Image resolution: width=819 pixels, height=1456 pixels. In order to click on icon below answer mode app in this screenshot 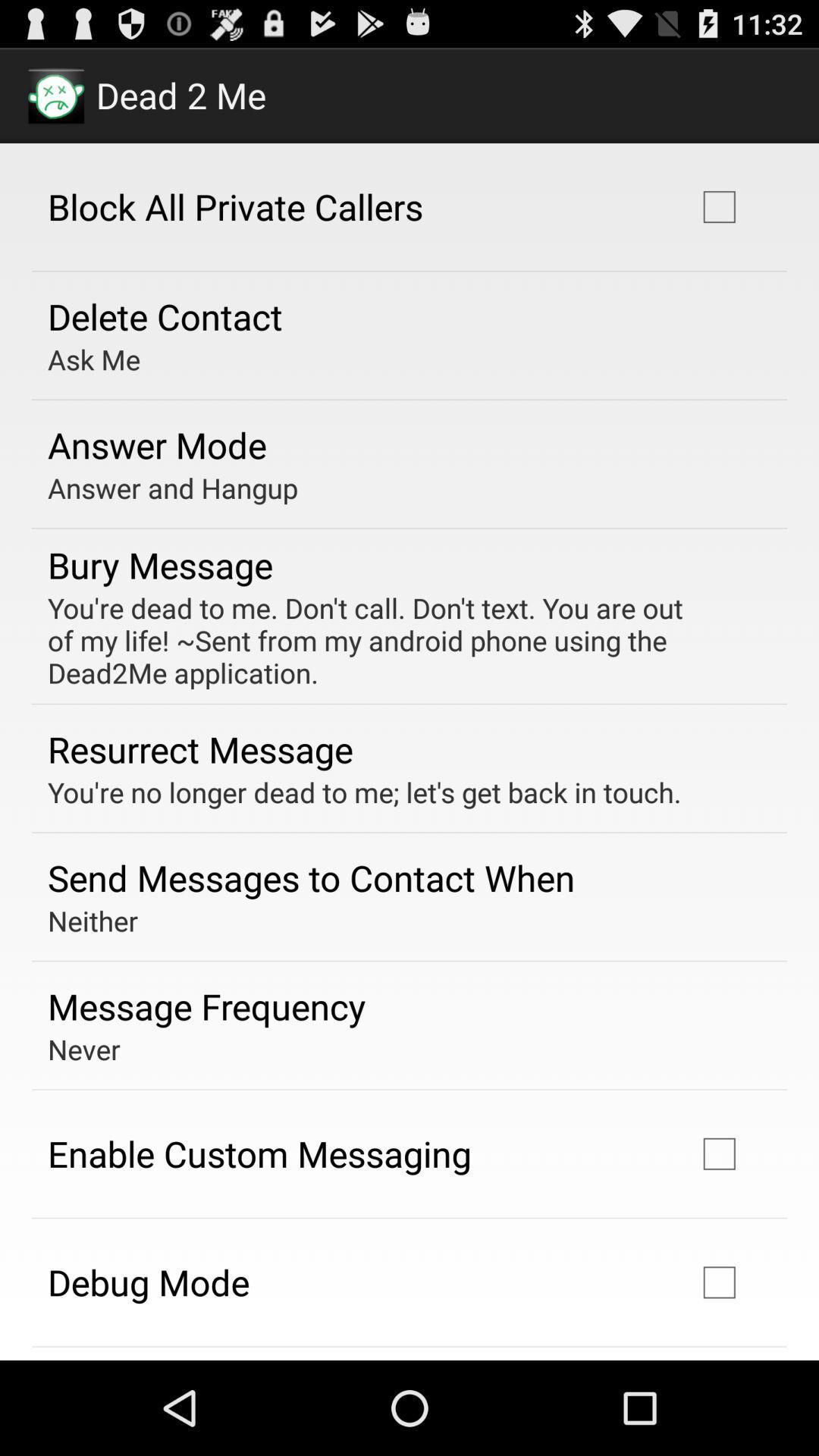, I will do `click(171, 488)`.